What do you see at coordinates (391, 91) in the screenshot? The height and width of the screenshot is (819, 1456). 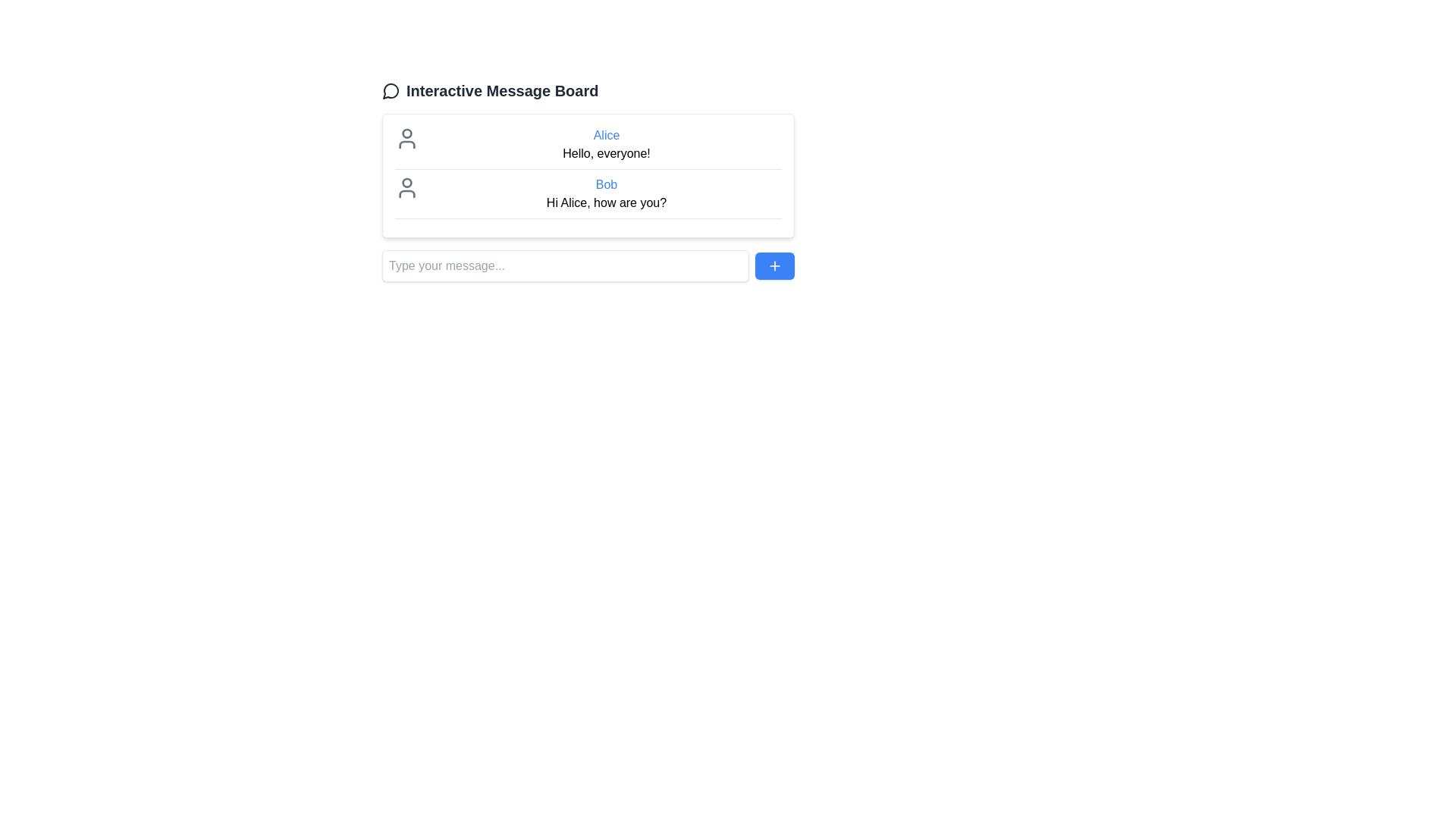 I see `the Decorative icon in the SVG that forms a speech bubble, located next to the 'Interactive Message Board' text in the title bar` at bounding box center [391, 91].